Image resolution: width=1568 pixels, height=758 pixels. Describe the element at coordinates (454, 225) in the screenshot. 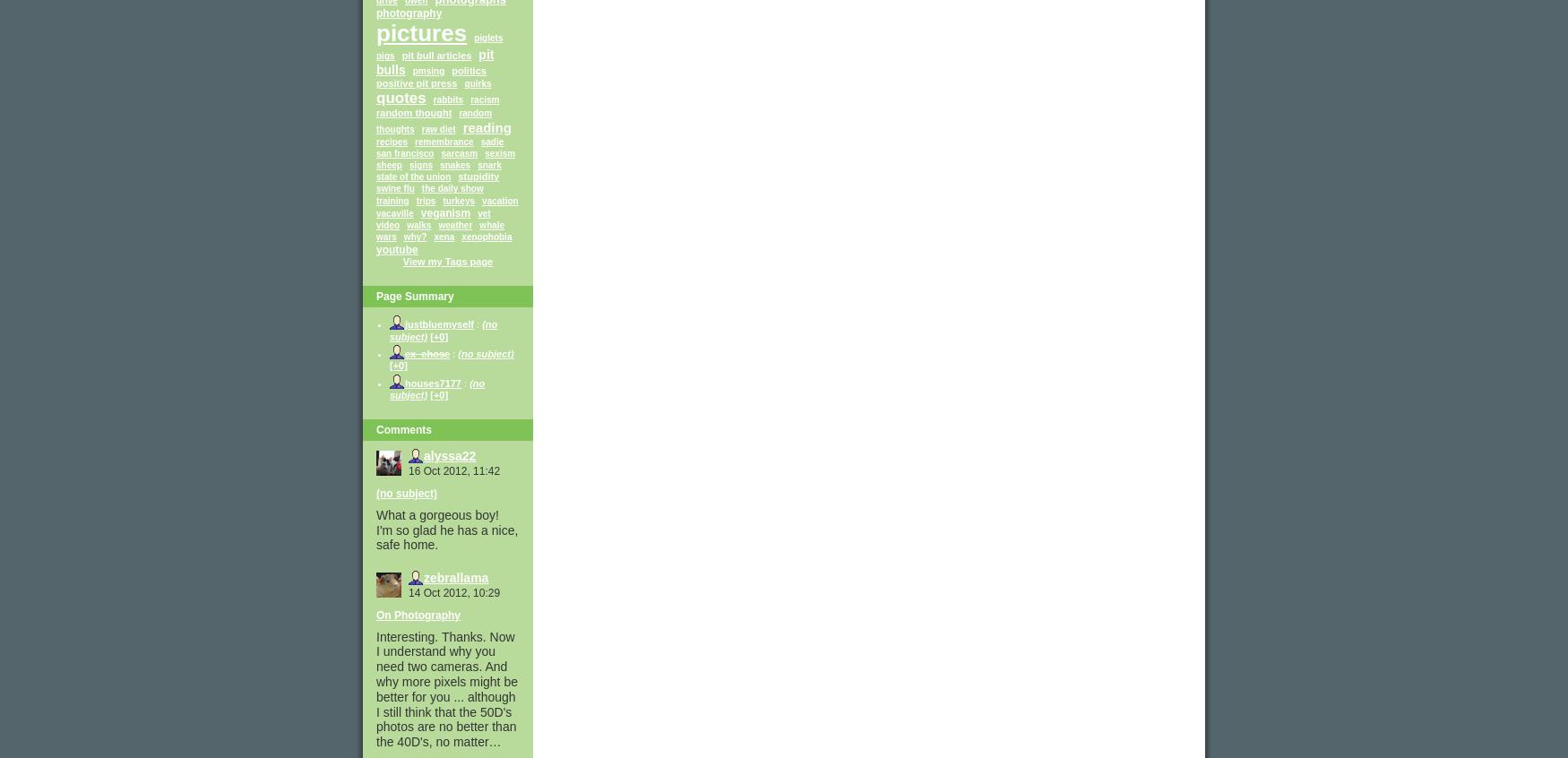

I see `'weather'` at that location.